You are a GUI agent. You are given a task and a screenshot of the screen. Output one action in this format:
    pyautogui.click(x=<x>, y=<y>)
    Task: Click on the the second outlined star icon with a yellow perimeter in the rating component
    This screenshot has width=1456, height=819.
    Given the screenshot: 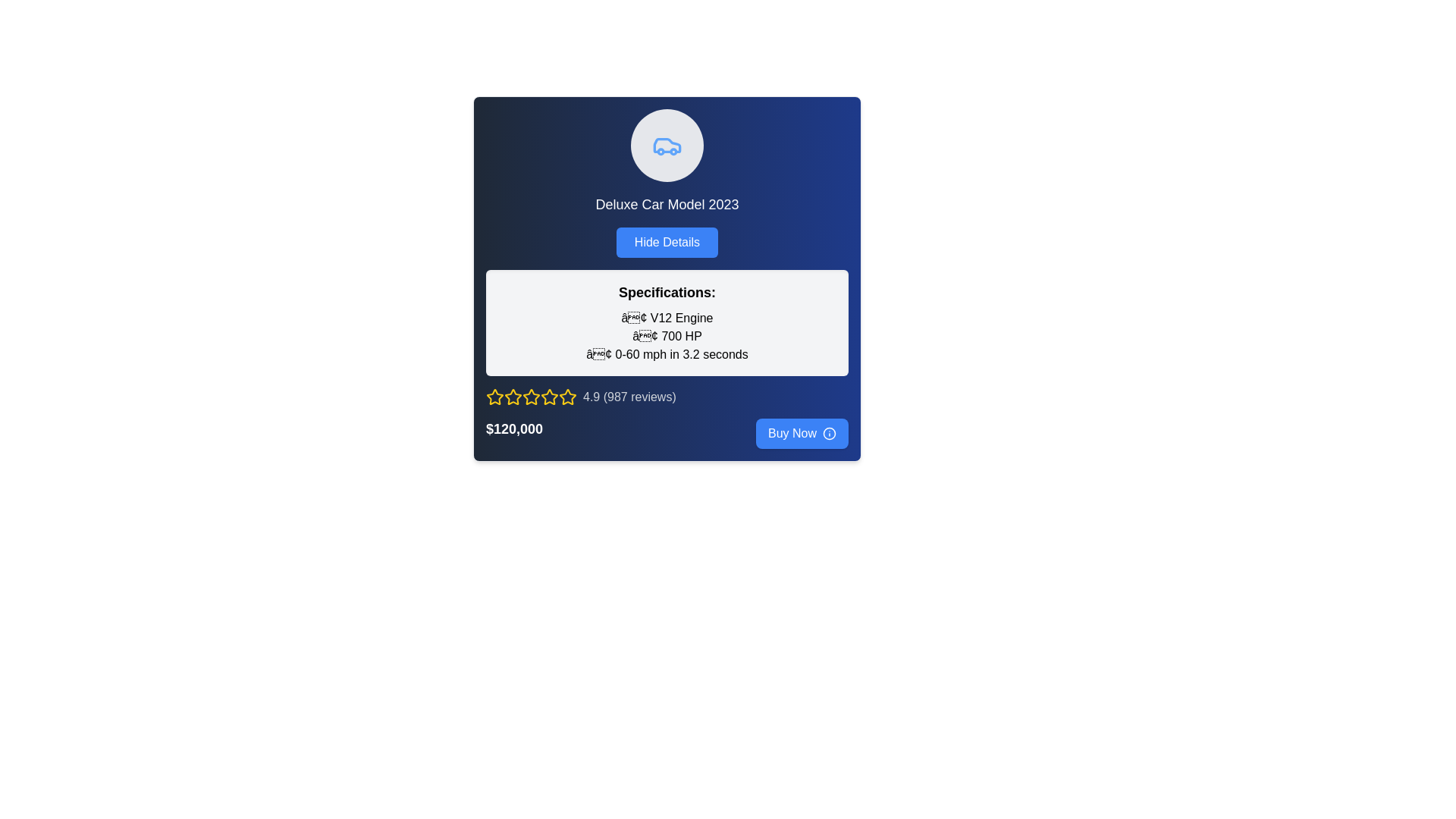 What is the action you would take?
    pyautogui.click(x=531, y=396)
    